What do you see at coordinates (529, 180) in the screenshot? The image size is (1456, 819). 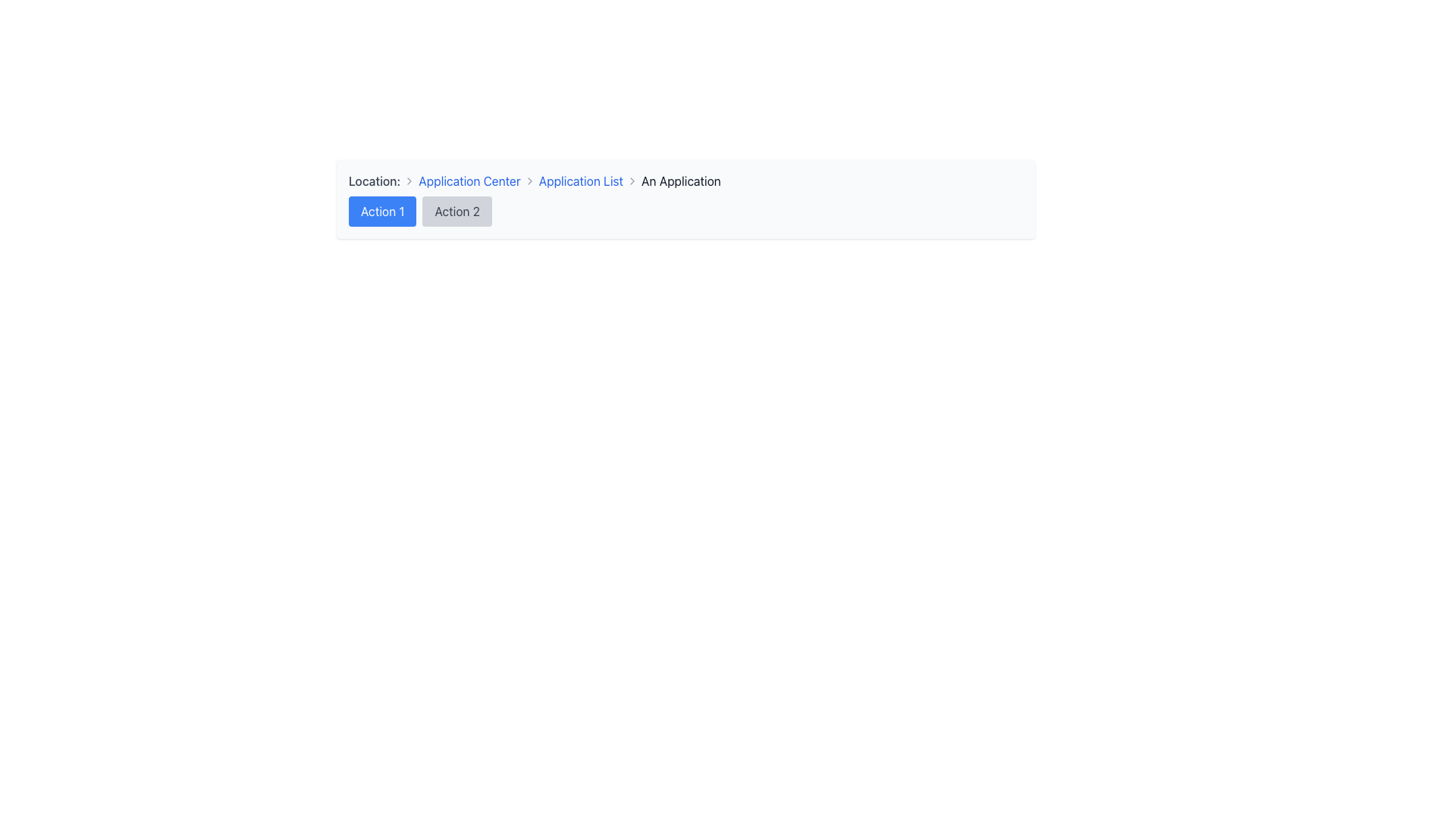 I see `second chevron icon in the breadcrumb navigation bar, located between the 'Application Center' link and the 'Application List' link` at bounding box center [529, 180].